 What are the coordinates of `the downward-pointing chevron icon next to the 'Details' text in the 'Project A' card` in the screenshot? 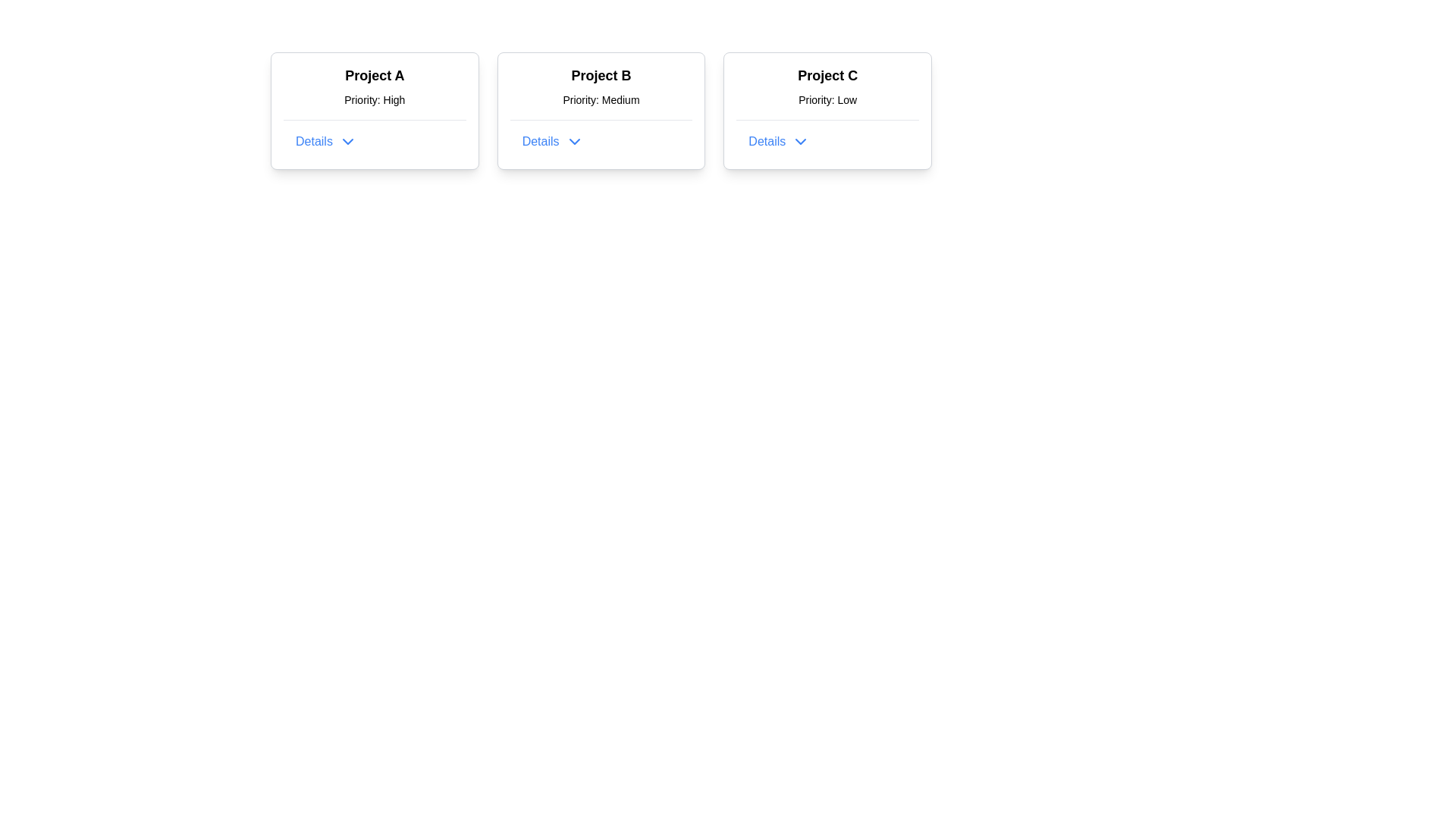 It's located at (347, 141).